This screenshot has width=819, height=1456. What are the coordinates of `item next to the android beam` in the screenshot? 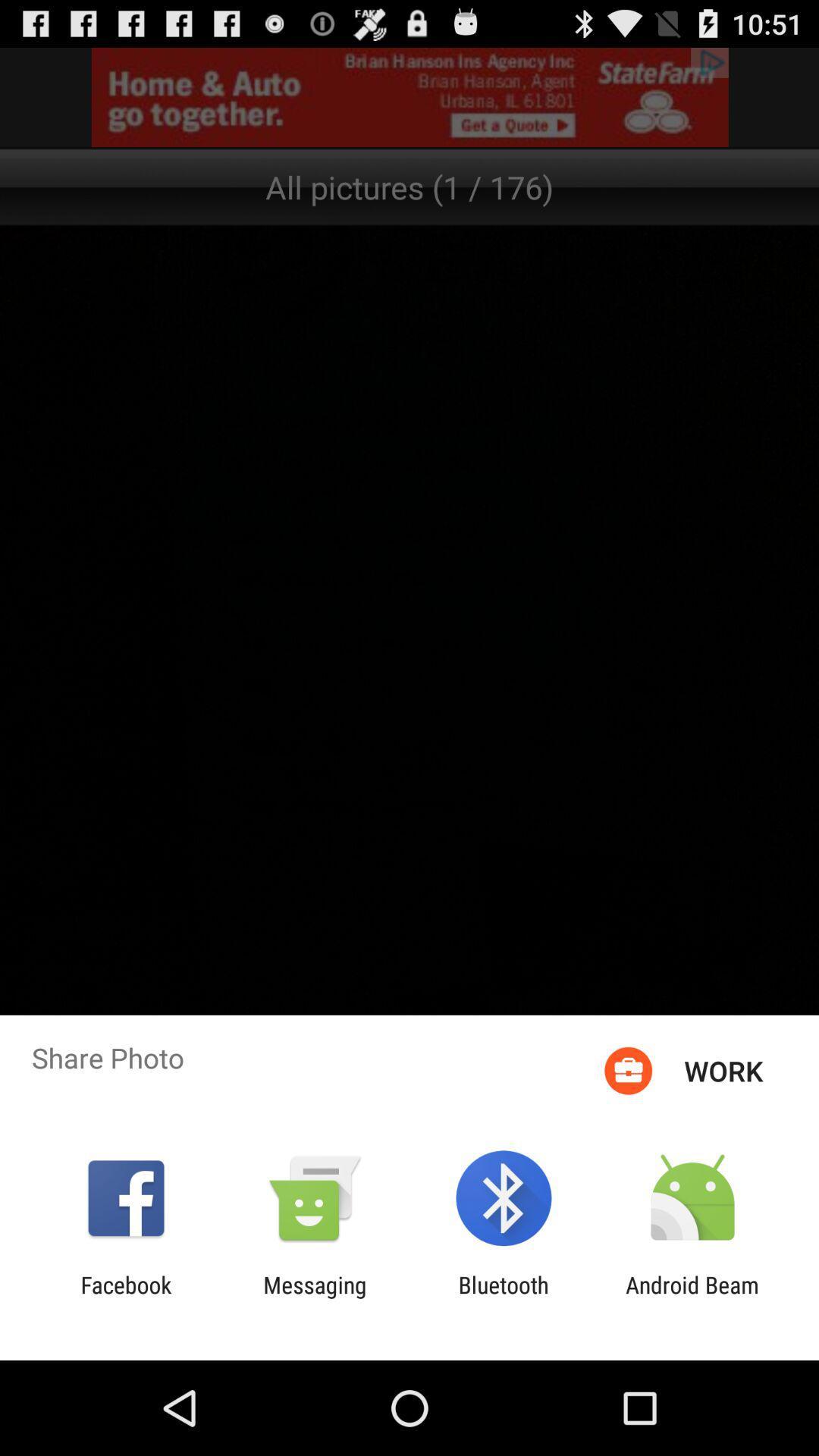 It's located at (504, 1298).